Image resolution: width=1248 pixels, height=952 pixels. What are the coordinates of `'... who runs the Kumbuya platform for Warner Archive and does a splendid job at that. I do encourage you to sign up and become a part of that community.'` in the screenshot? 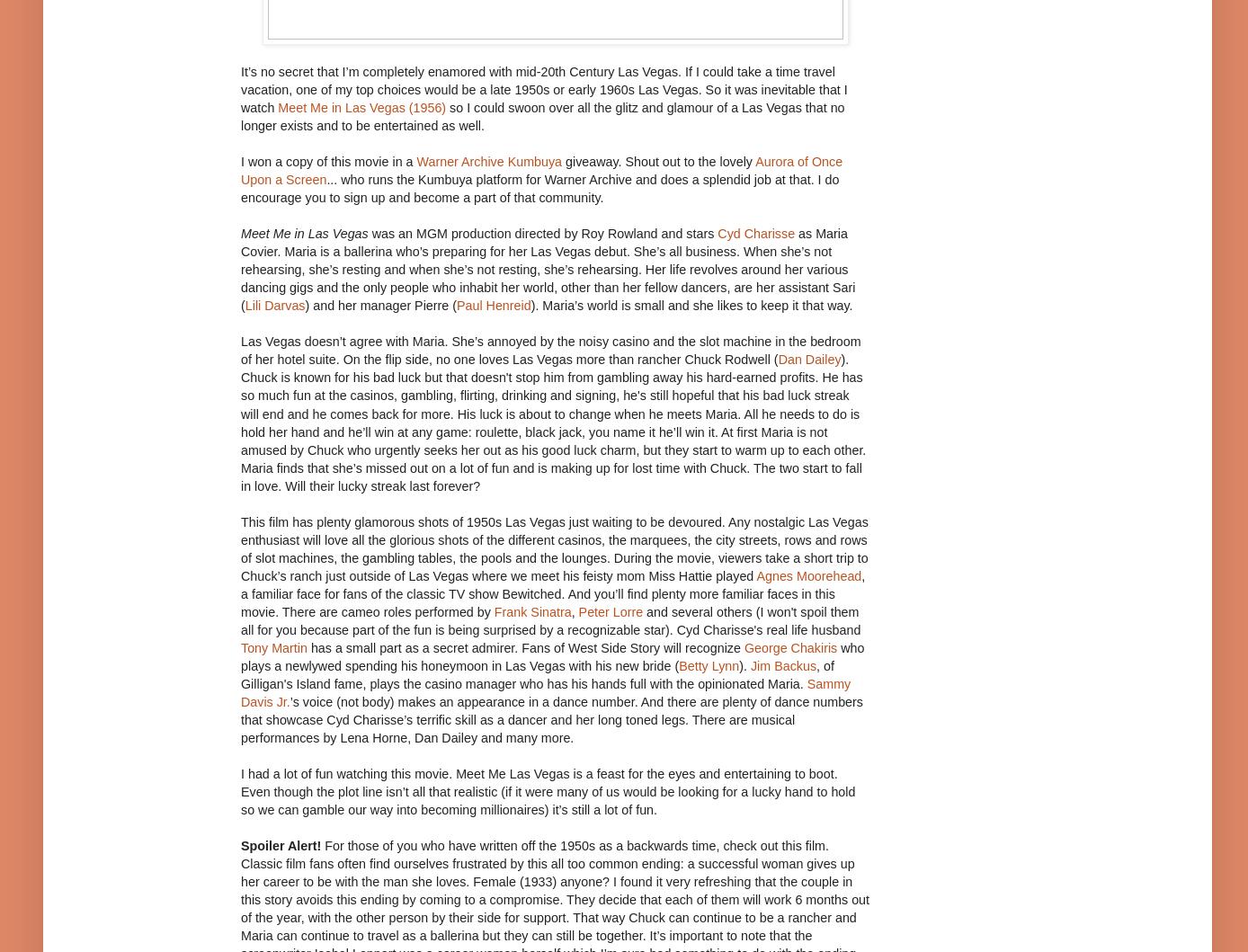 It's located at (539, 187).